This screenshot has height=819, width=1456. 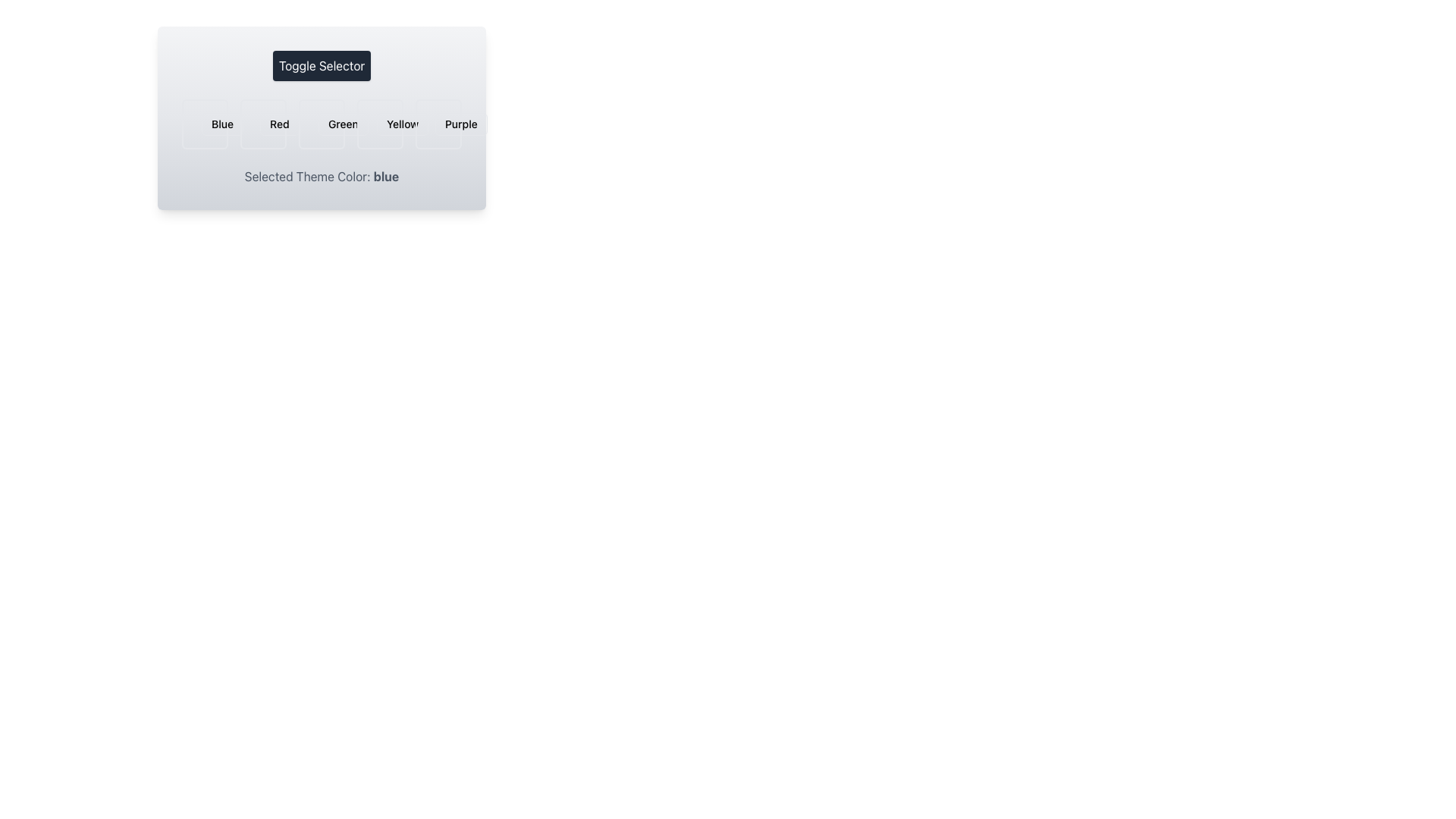 I want to click on the 'Yellow' toggle icon located in the middle section of the interface, which visually represents the 'Yellow' option and is centered between the 'Green' and 'Purple' toggles, so click(x=379, y=124).